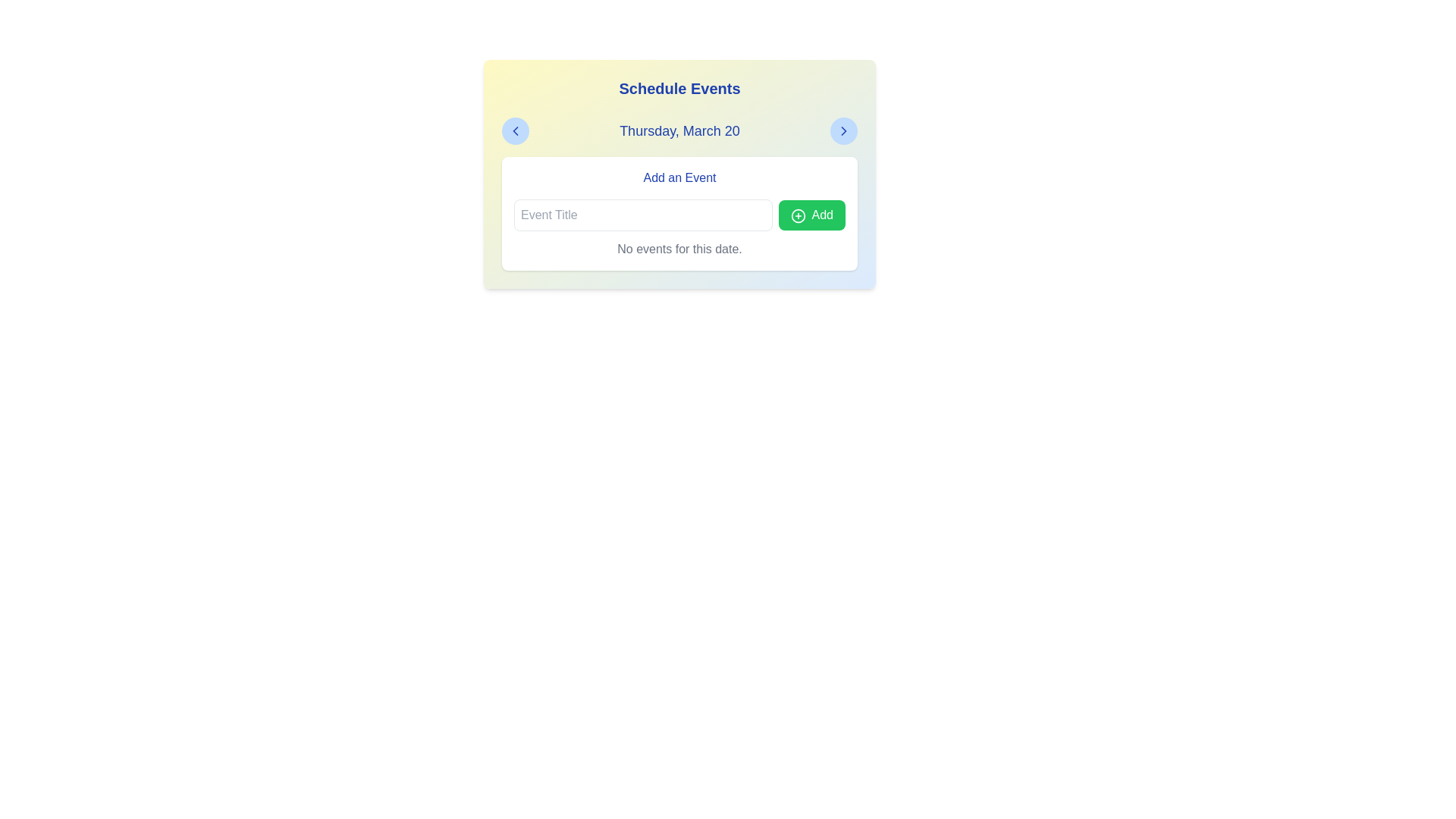 This screenshot has height=819, width=1456. I want to click on the small light blue button with a left-pointing blue chevron icon, located to the left of the header labeled 'Thursday, March 20', so click(516, 130).